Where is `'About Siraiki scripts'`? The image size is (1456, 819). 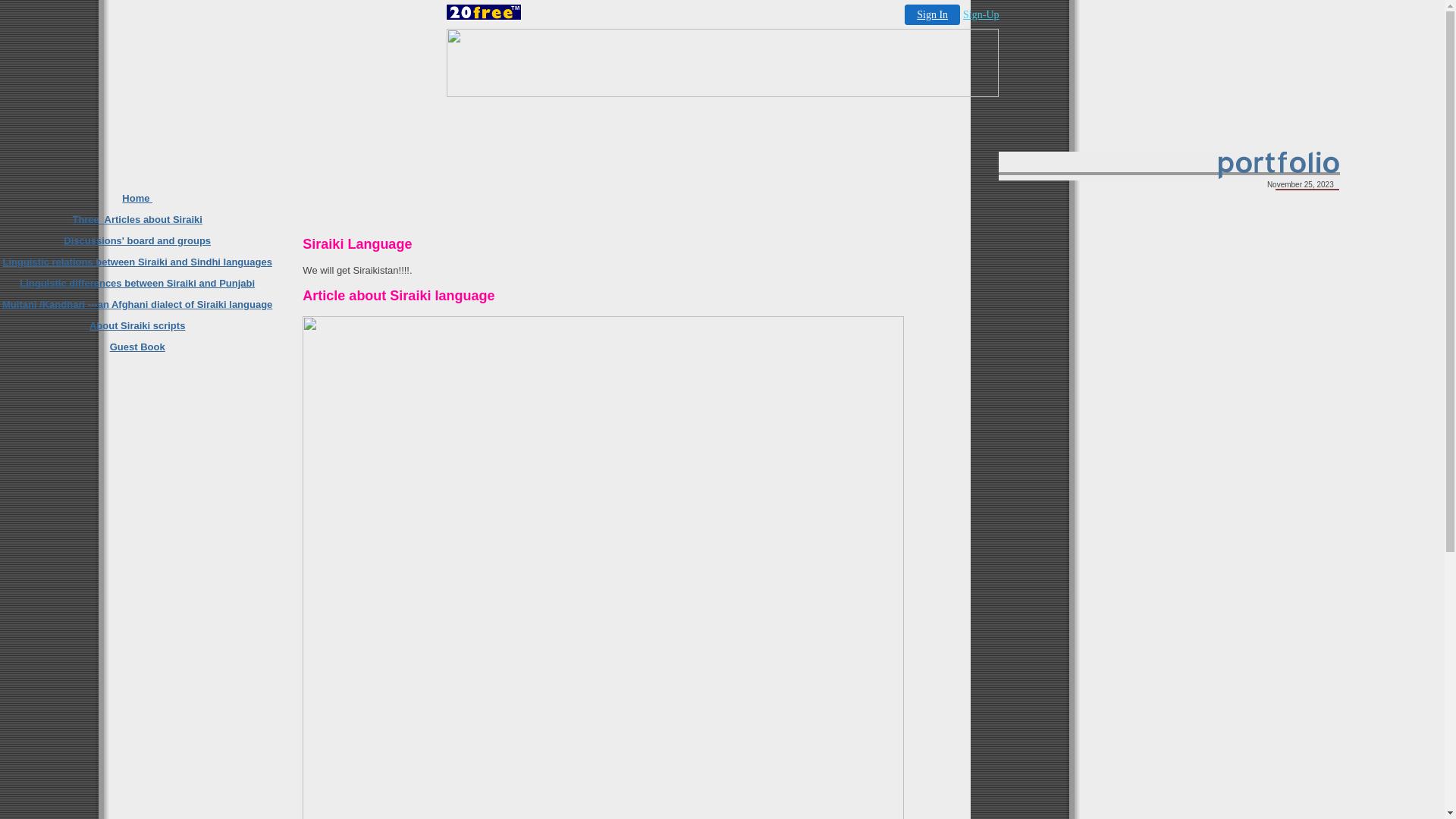 'About Siraiki scripts' is located at coordinates (137, 325).